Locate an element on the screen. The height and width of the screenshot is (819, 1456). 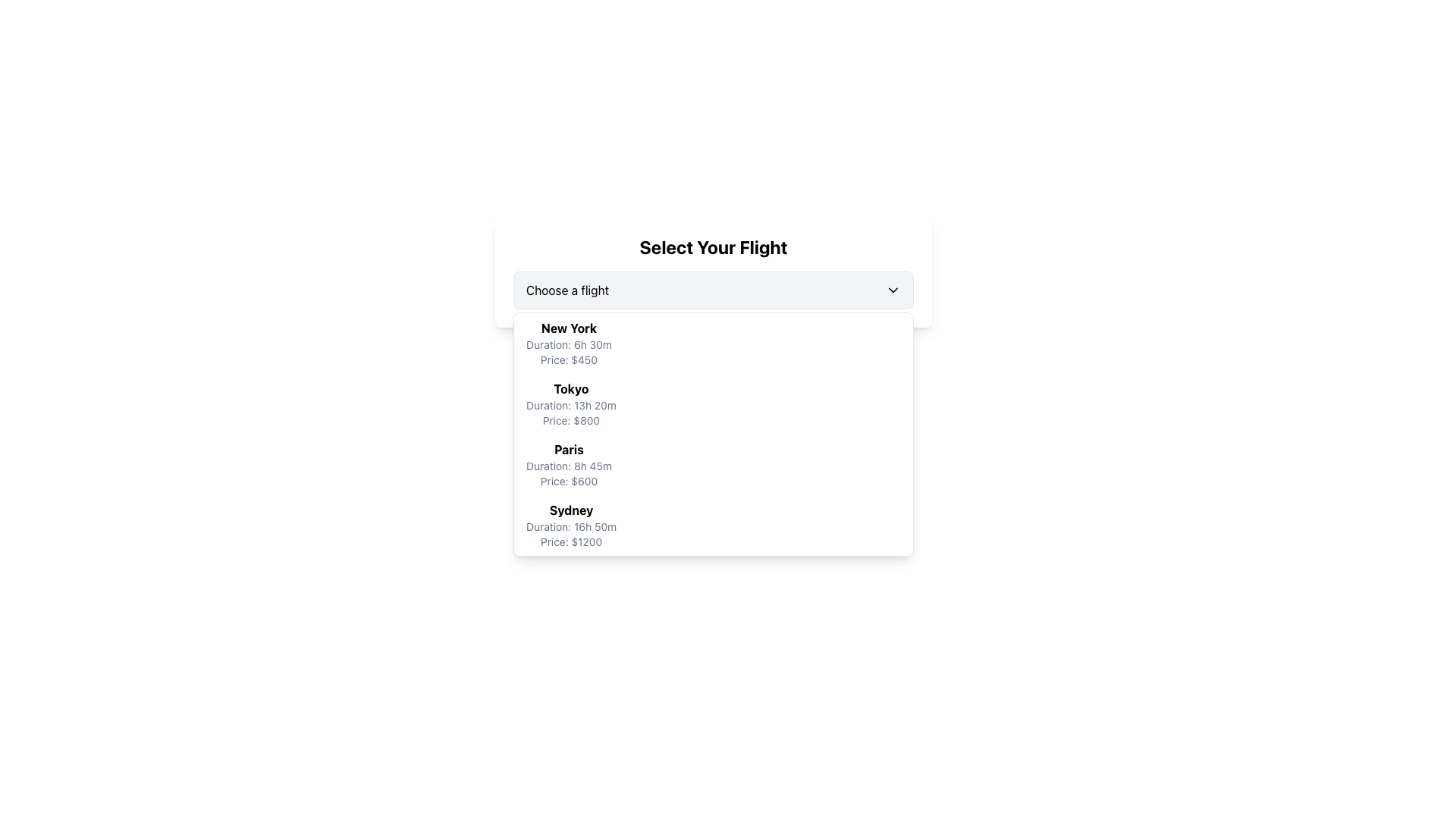
the third flight option in the dropdown list titled 'Select Your Flight' which displays information about a trip to Paris is located at coordinates (712, 464).